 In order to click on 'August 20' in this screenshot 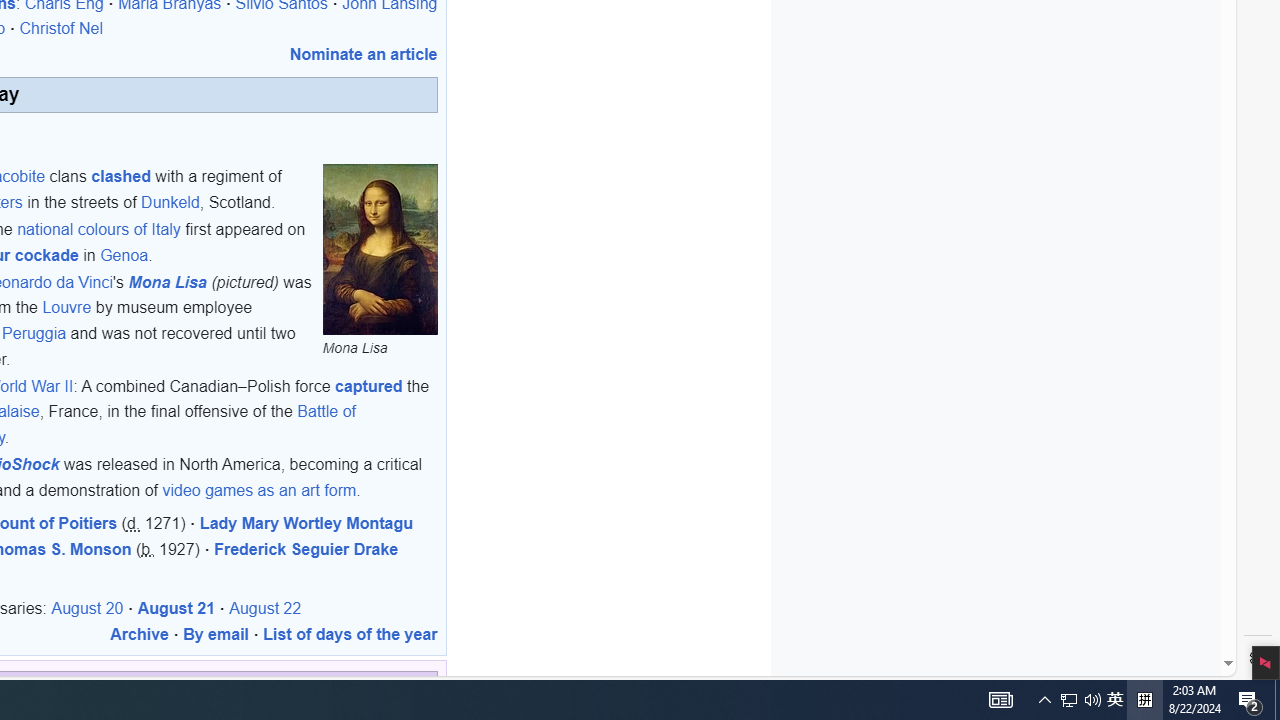, I will do `click(86, 607)`.